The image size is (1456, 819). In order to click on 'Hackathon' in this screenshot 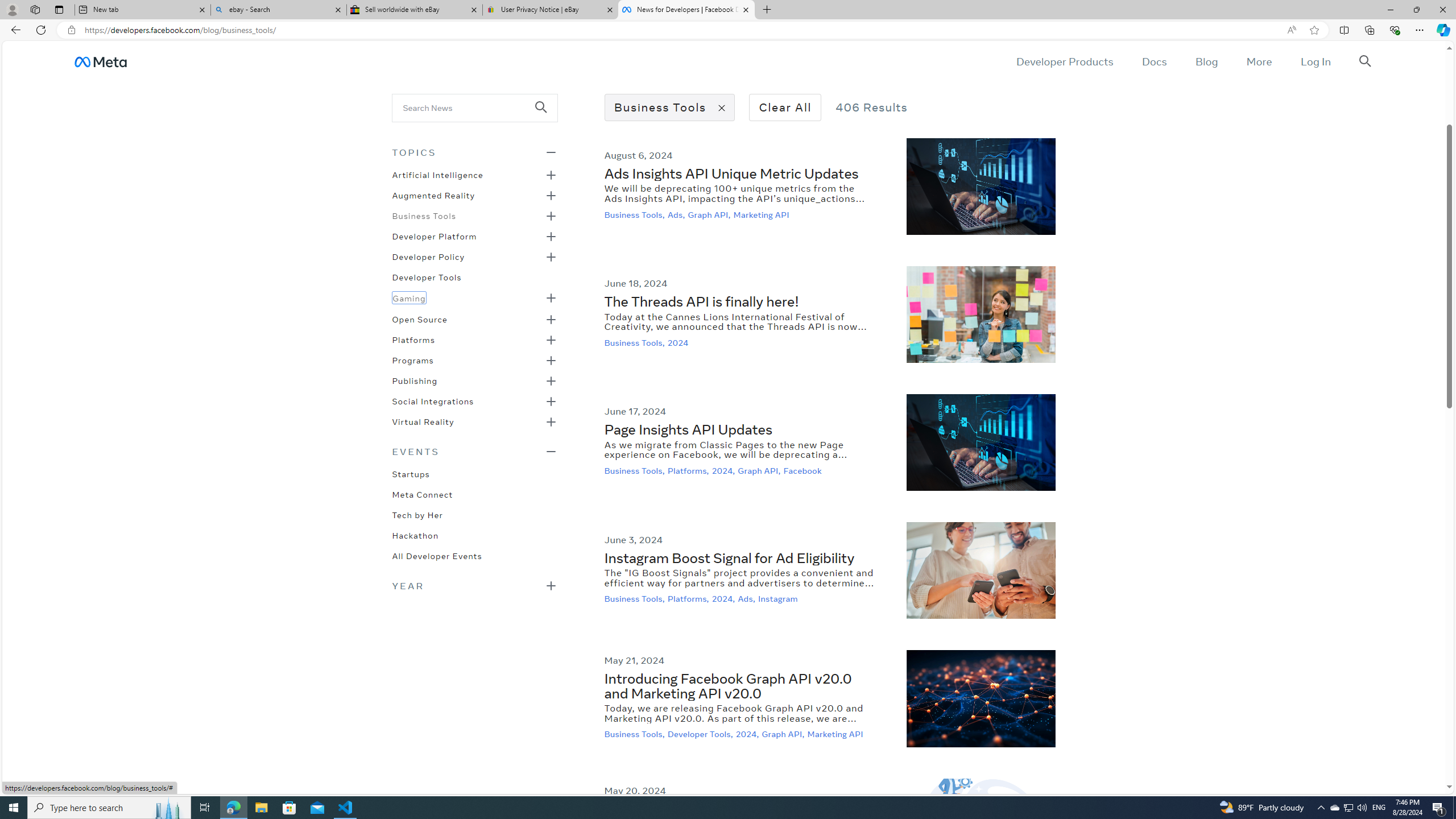, I will do `click(415, 533)`.